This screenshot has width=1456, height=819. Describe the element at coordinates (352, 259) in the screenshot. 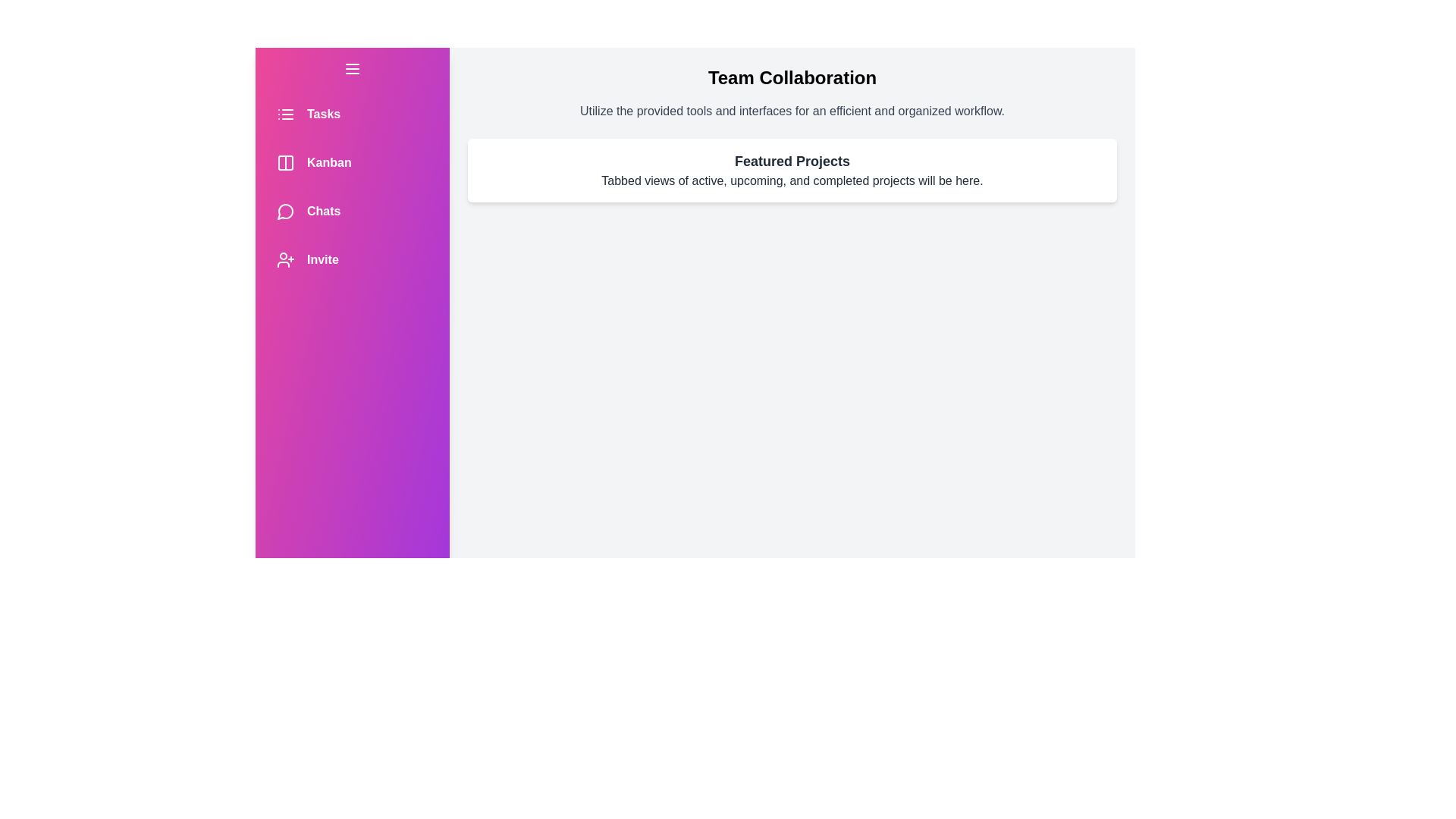

I see `the navigation item Invite from the drawer` at that location.